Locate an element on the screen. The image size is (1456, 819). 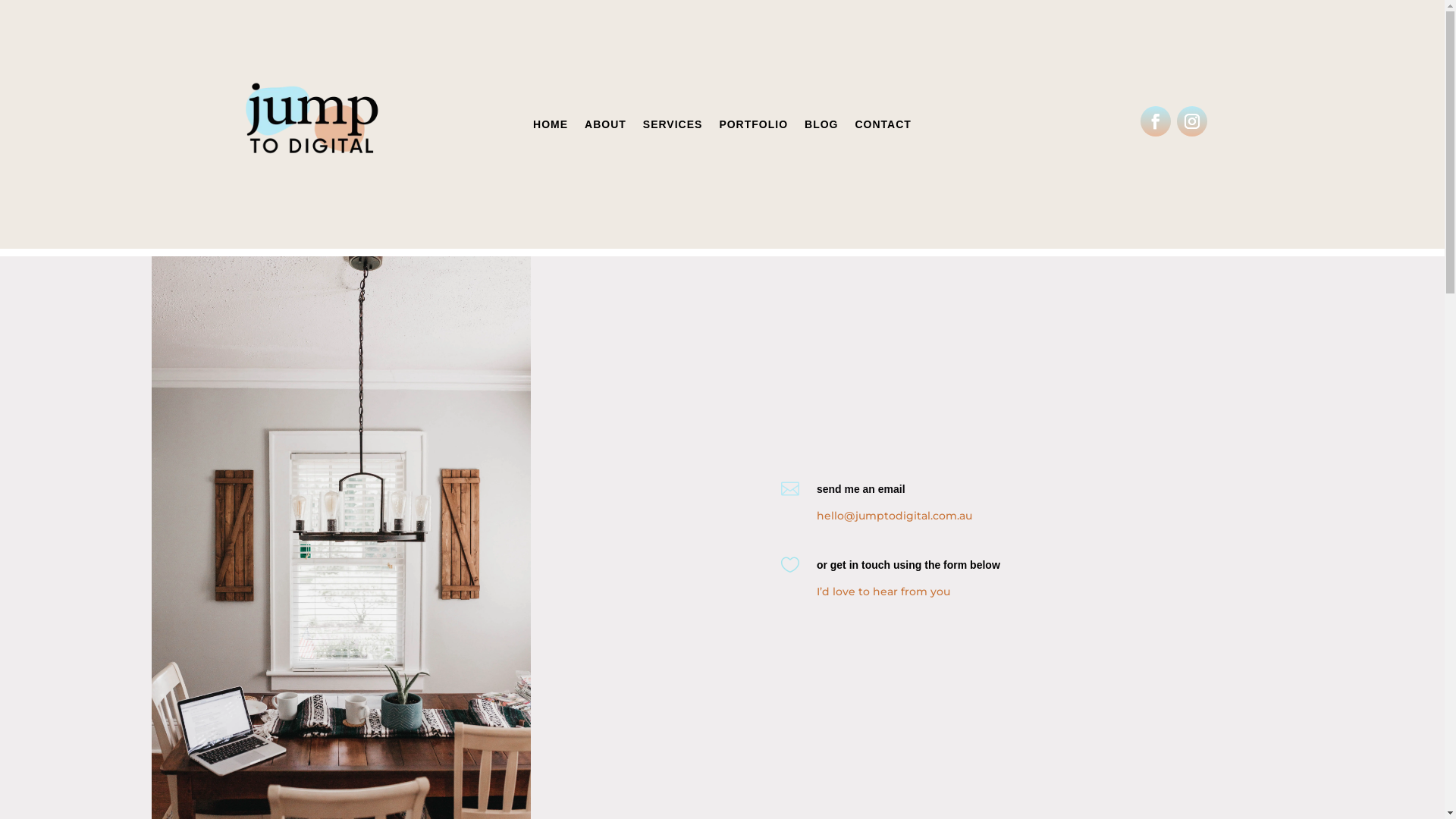
'SERVICES' is located at coordinates (672, 127).